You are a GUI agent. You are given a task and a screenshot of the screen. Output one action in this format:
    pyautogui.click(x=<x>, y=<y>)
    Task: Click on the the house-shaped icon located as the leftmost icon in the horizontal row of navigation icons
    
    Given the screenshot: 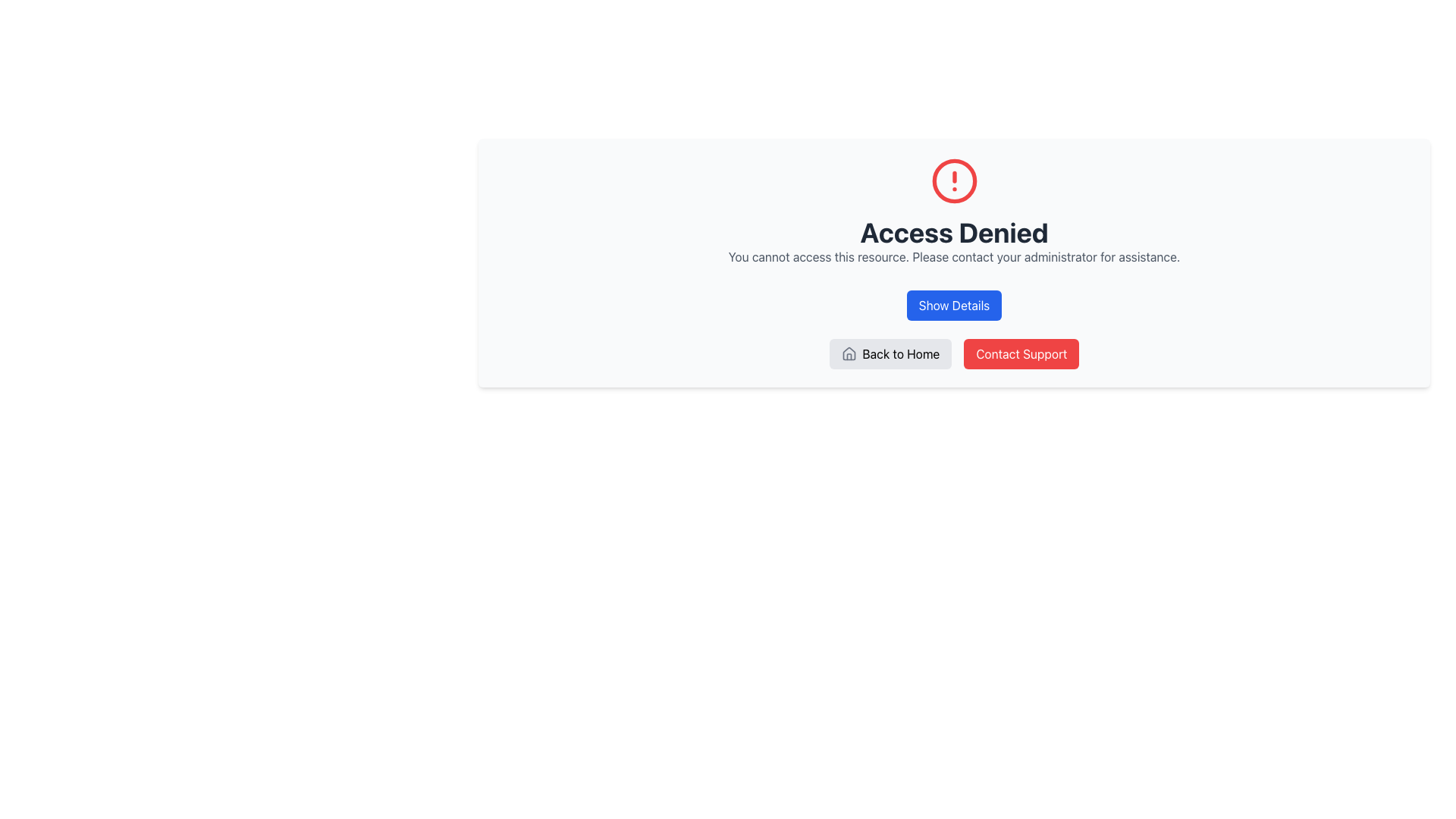 What is the action you would take?
    pyautogui.click(x=848, y=353)
    